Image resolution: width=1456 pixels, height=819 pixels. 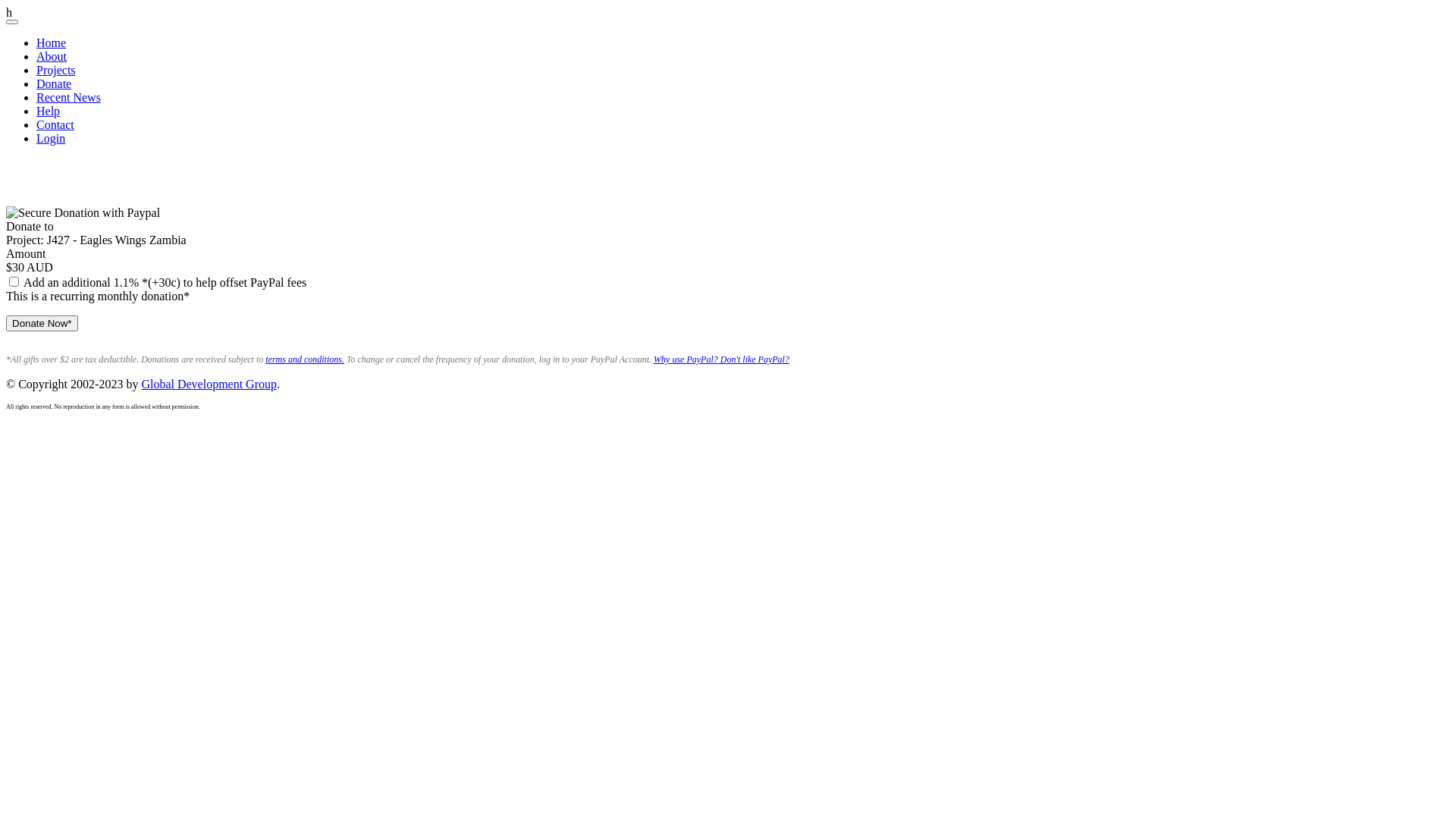 What do you see at coordinates (42, 322) in the screenshot?
I see `'Donate Now*'` at bounding box center [42, 322].